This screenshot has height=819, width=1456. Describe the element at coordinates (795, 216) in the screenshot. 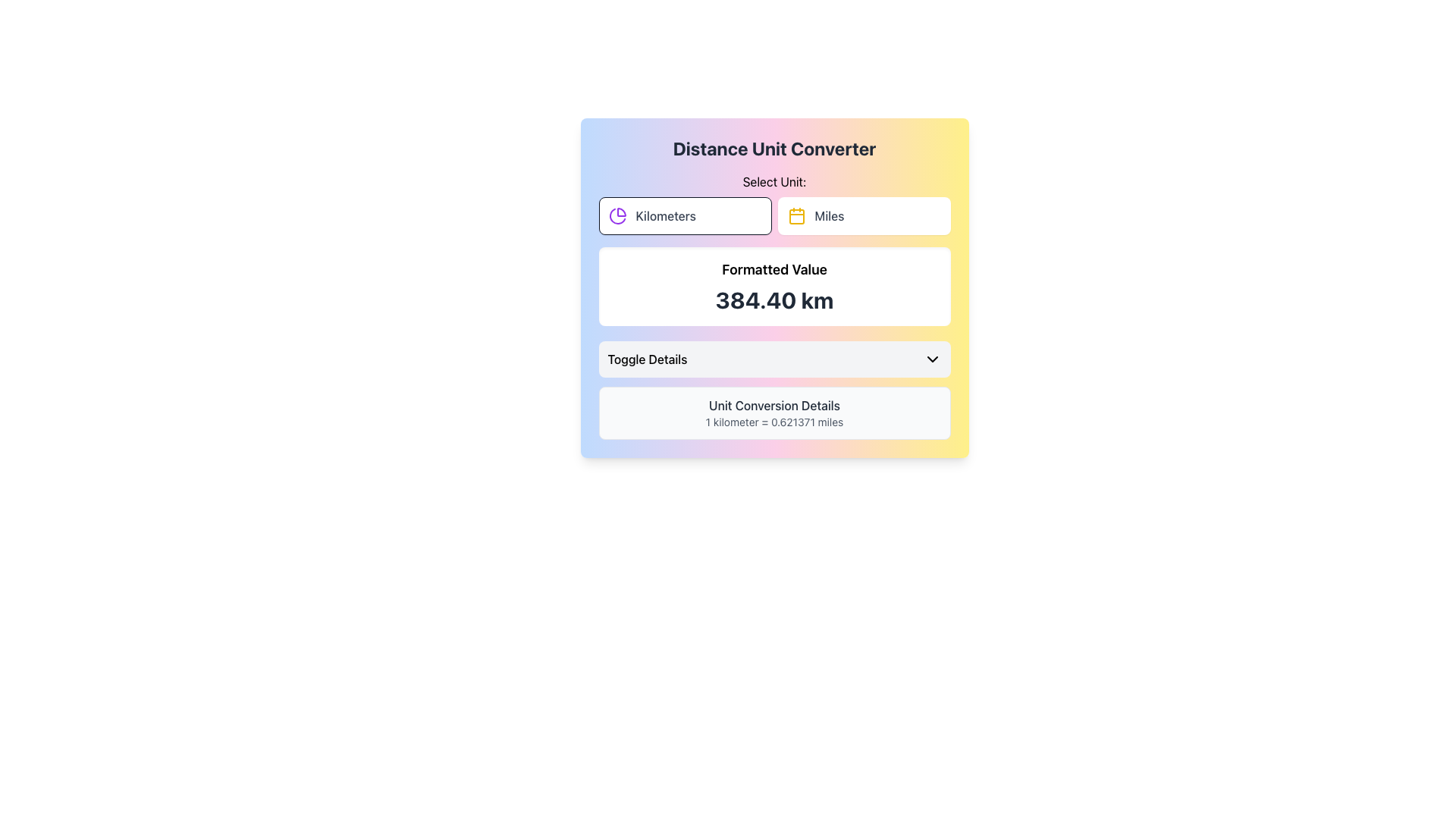

I see `the yellow rounded rectangle inside the calendar icon located within the Miles button at the top right area of the Distance Unit Converter panel` at that location.